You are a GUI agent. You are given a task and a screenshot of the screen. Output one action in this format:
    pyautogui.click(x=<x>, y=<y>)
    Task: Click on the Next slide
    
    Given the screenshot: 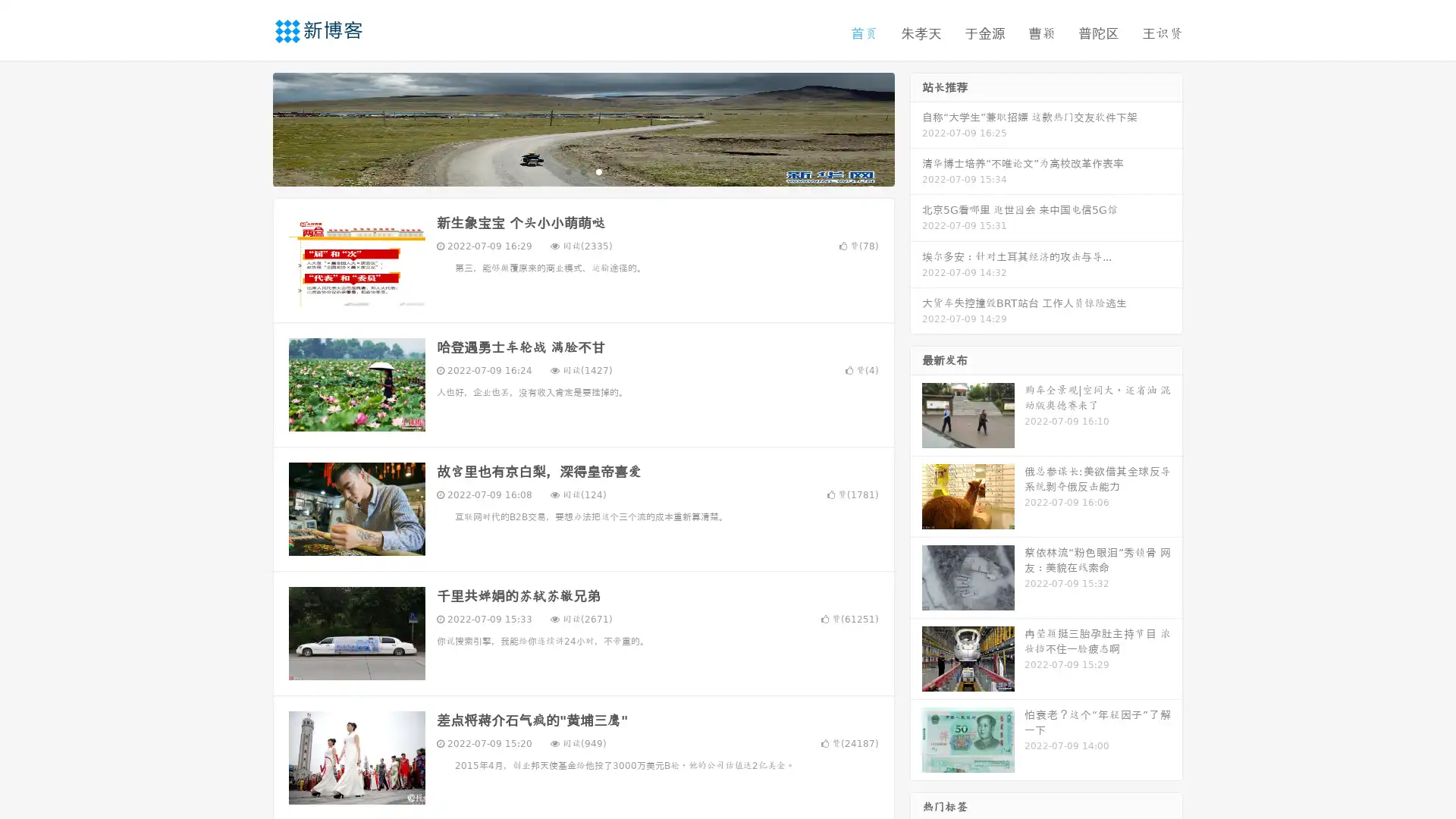 What is the action you would take?
    pyautogui.click(x=916, y=127)
    